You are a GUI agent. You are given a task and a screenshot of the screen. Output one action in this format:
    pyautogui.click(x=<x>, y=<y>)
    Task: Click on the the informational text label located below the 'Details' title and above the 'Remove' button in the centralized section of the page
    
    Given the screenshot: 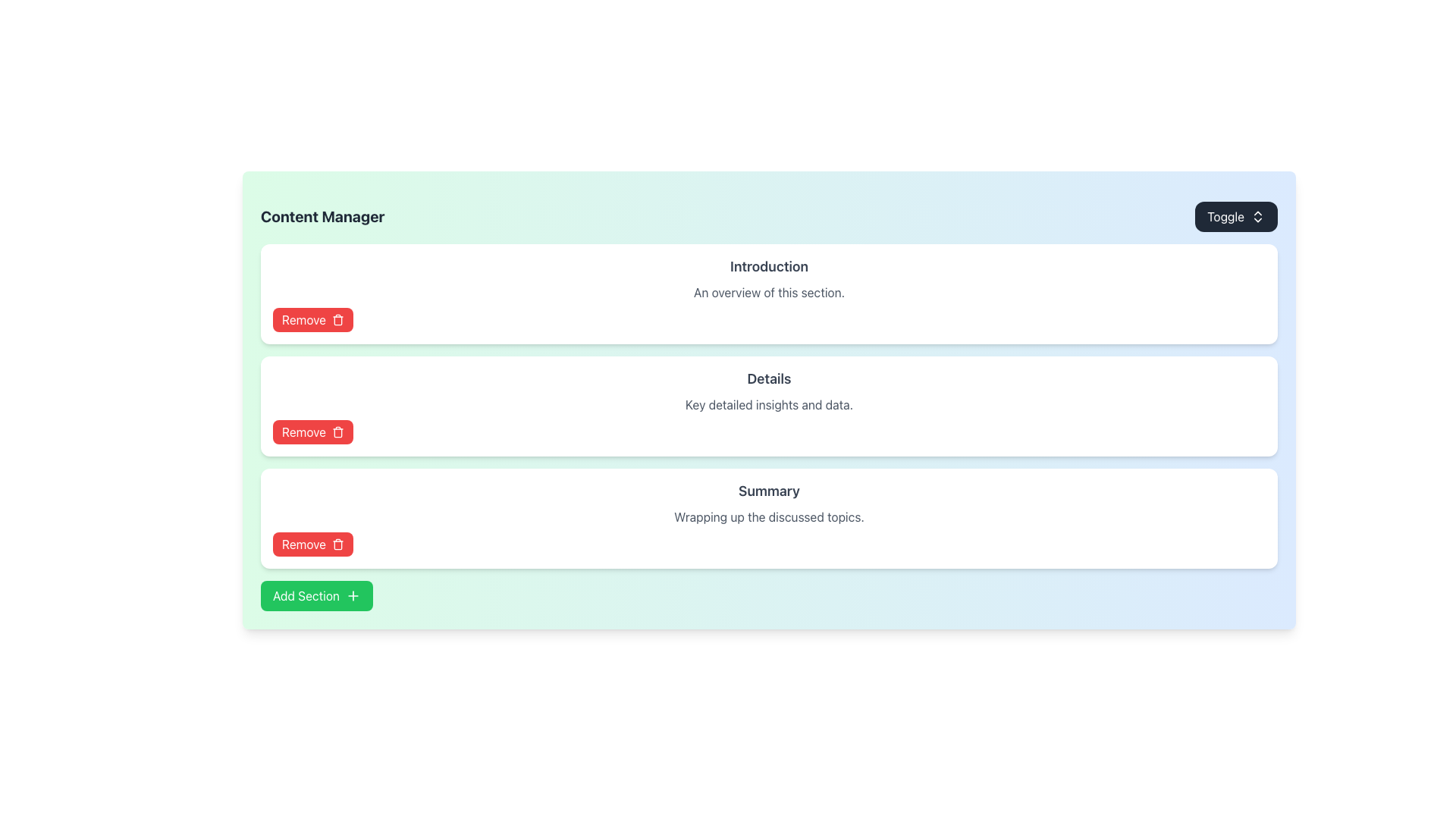 What is the action you would take?
    pyautogui.click(x=769, y=403)
    